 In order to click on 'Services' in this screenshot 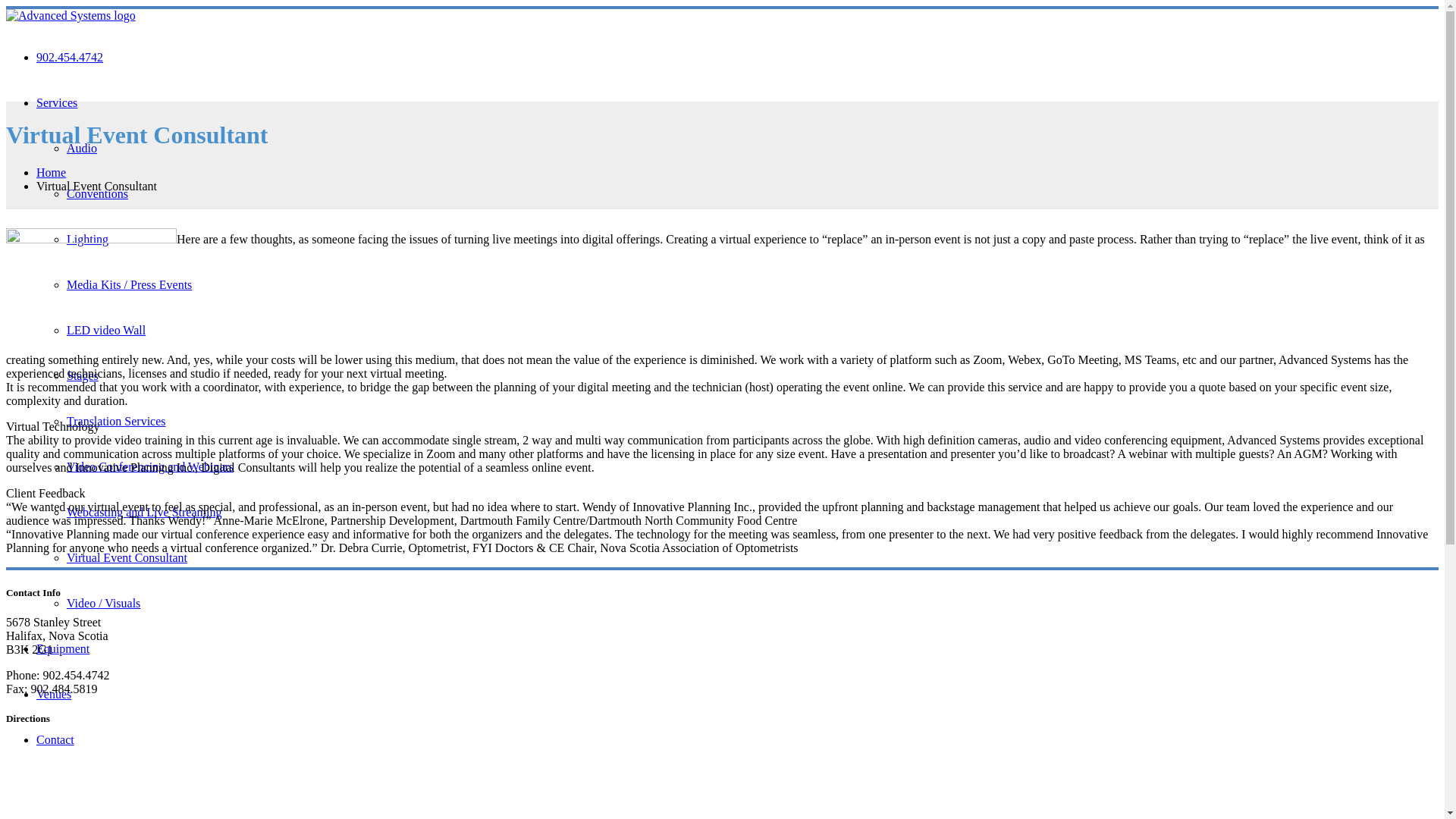, I will do `click(57, 102)`.